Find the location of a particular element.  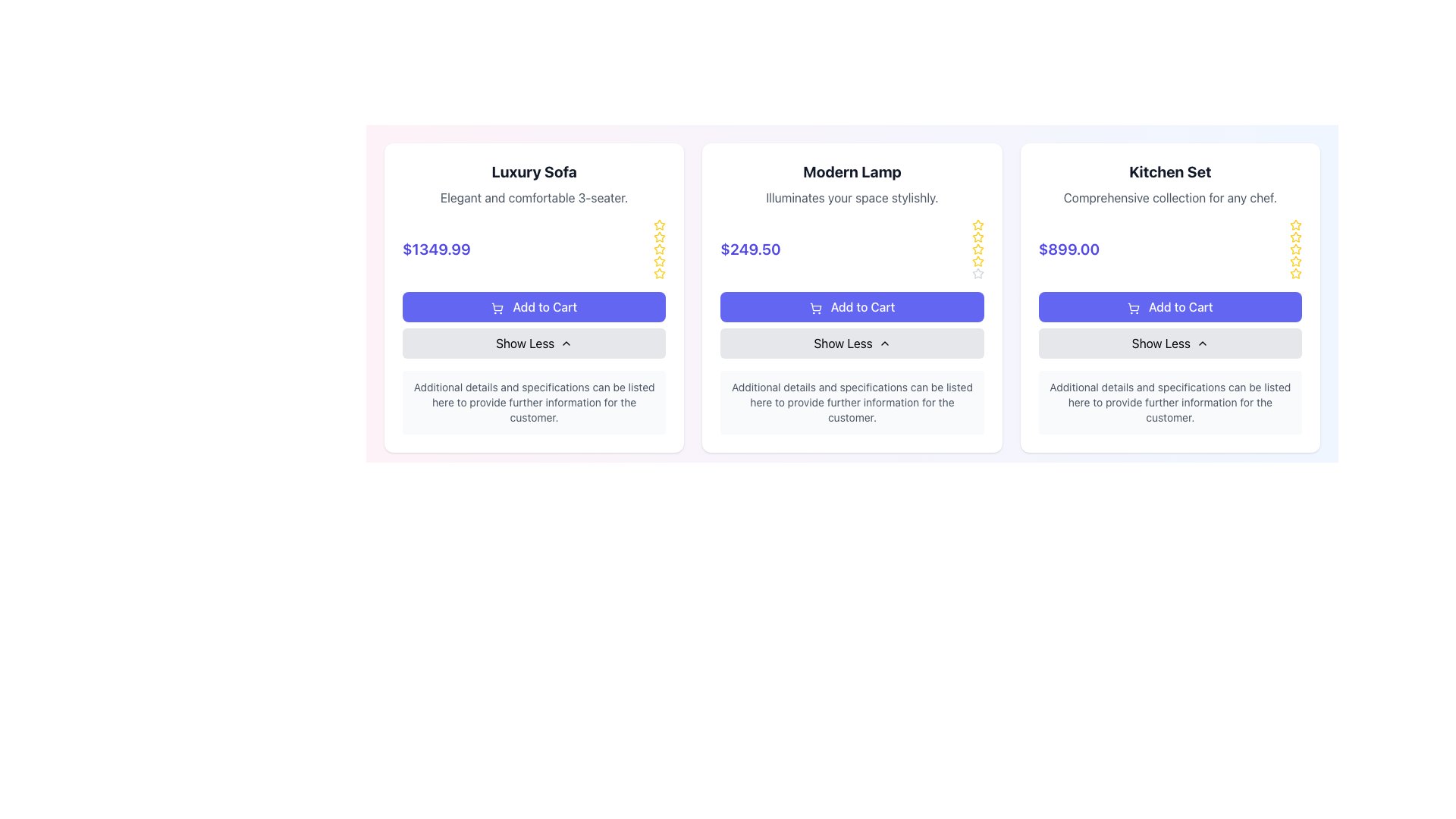

the third star icon in the vertical sequence of star icons on the right side of the 'Luxury Sofa' product card is located at coordinates (660, 237).